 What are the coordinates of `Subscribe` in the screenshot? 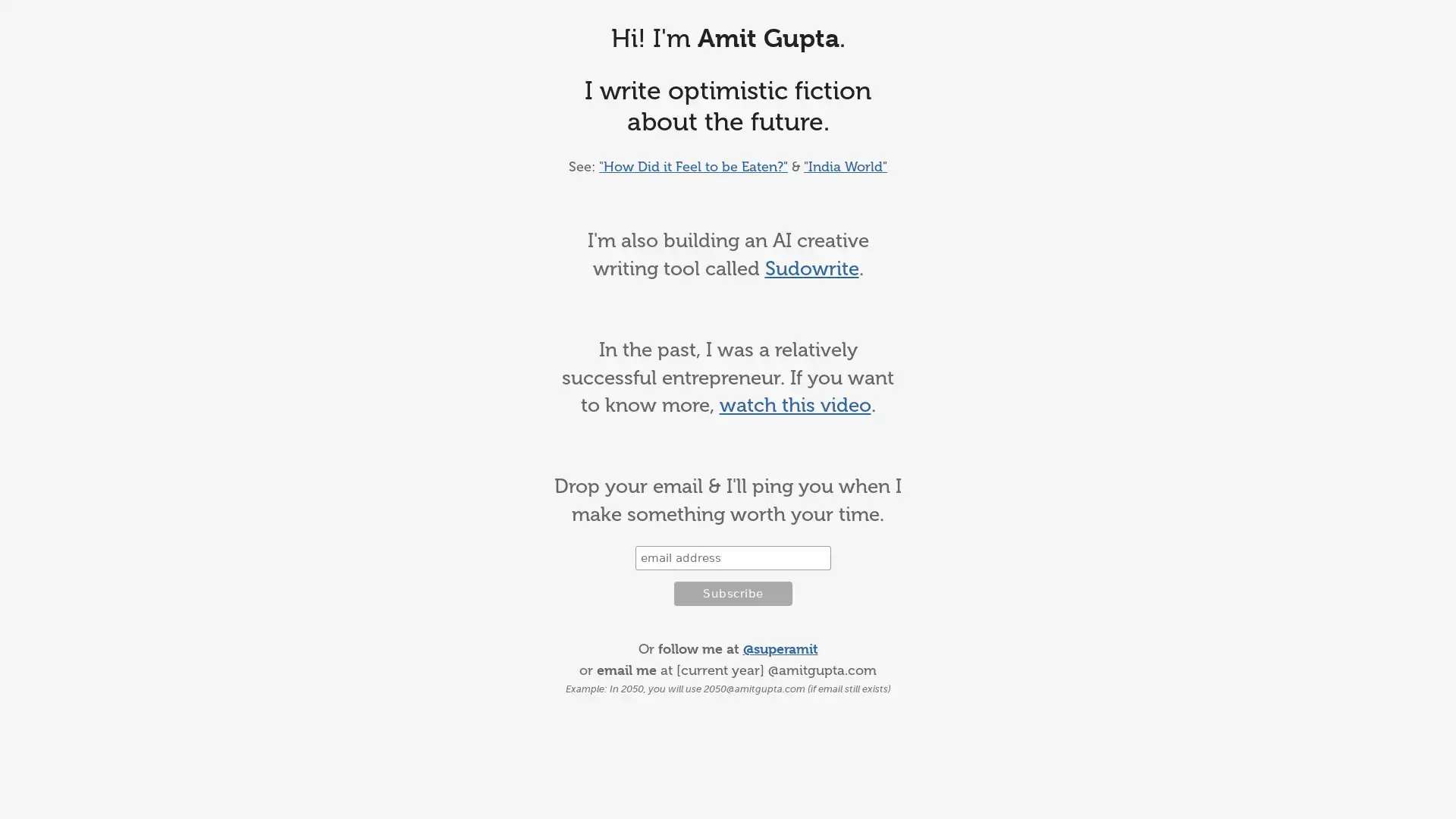 It's located at (732, 593).